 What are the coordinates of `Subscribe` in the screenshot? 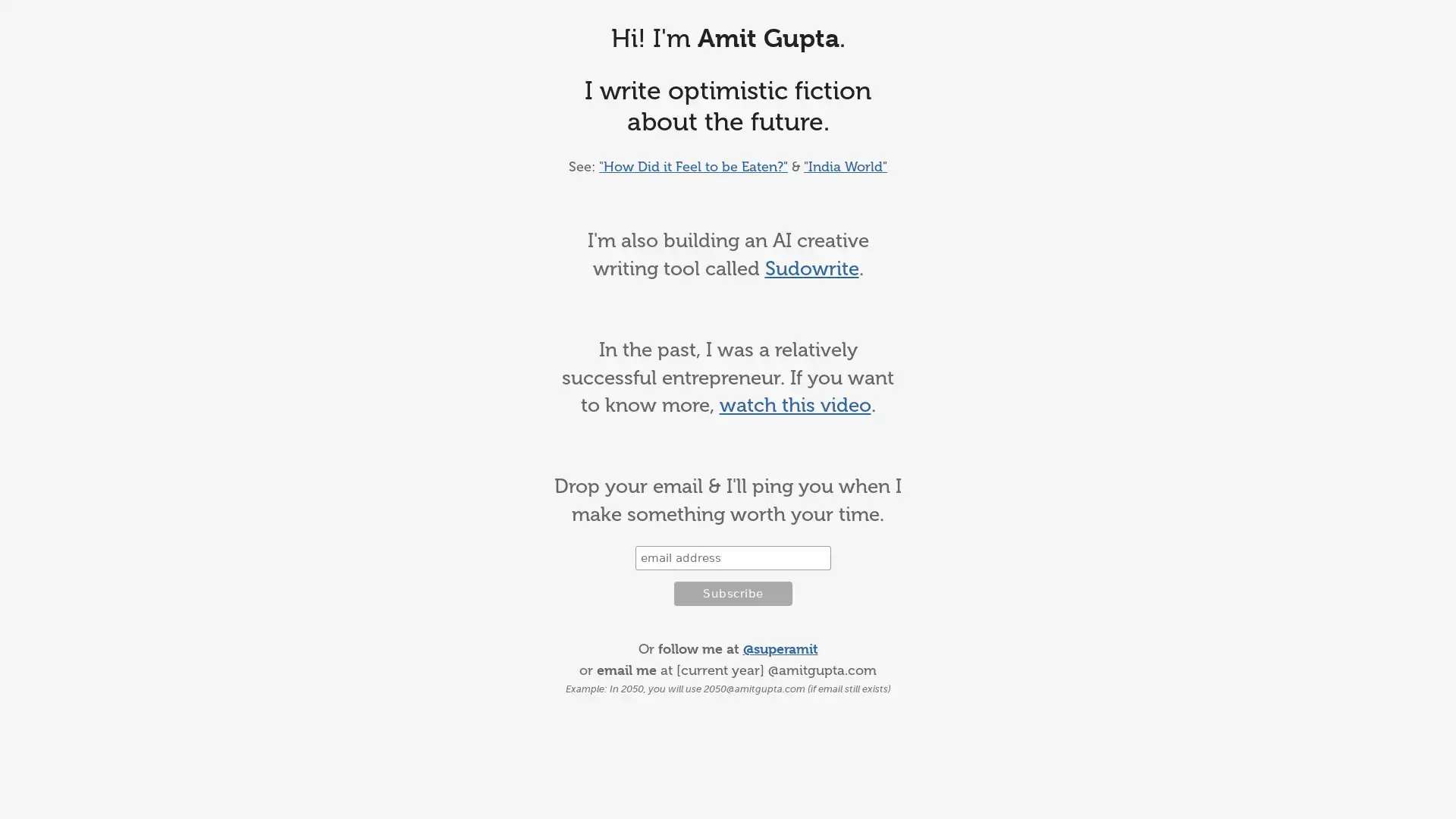 It's located at (732, 593).